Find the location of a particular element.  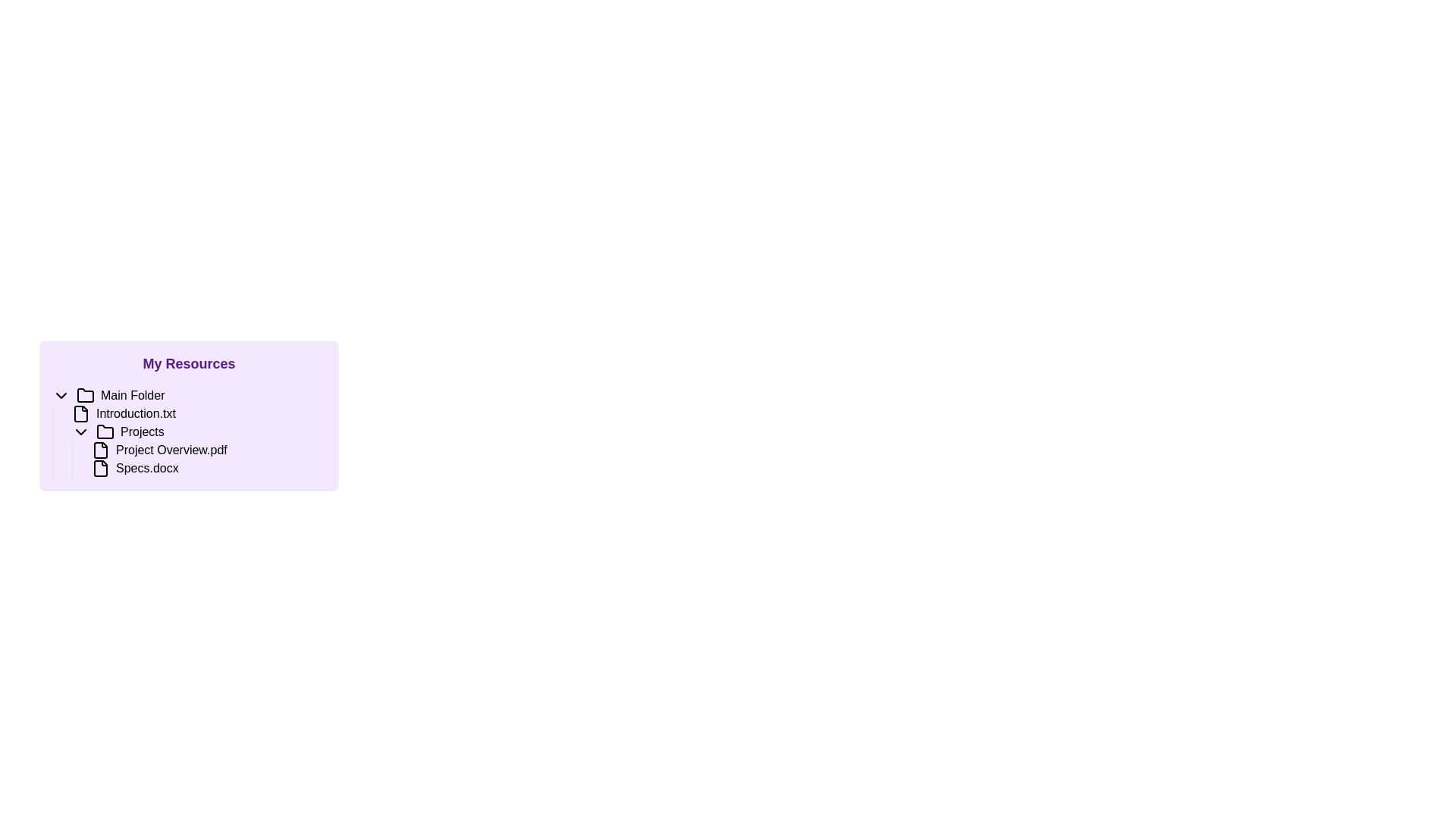

the label representing the document 'Specs.docx' located under the 'Projects' folder, which is the second item is located at coordinates (147, 467).